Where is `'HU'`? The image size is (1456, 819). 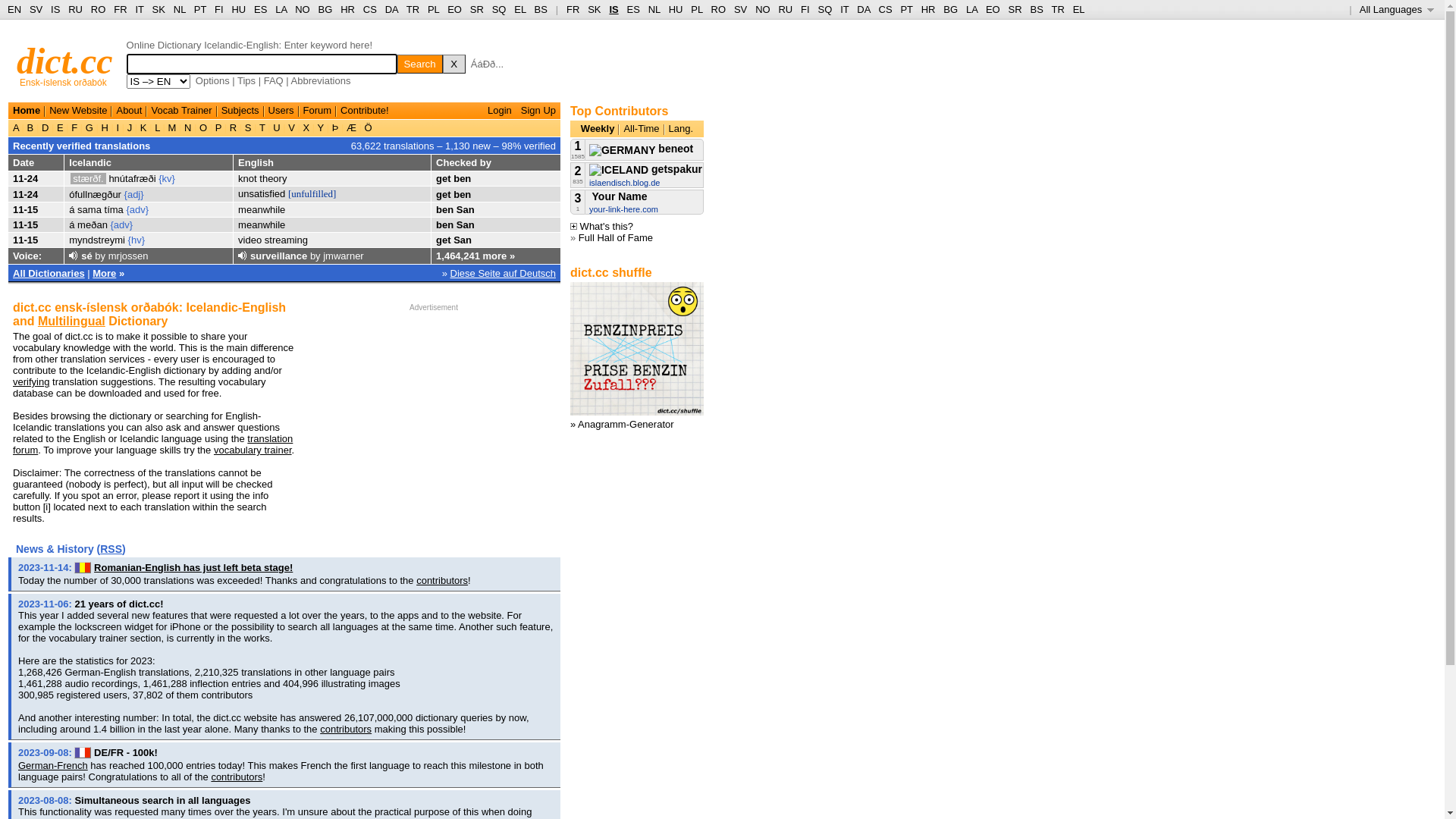 'HU' is located at coordinates (675, 9).